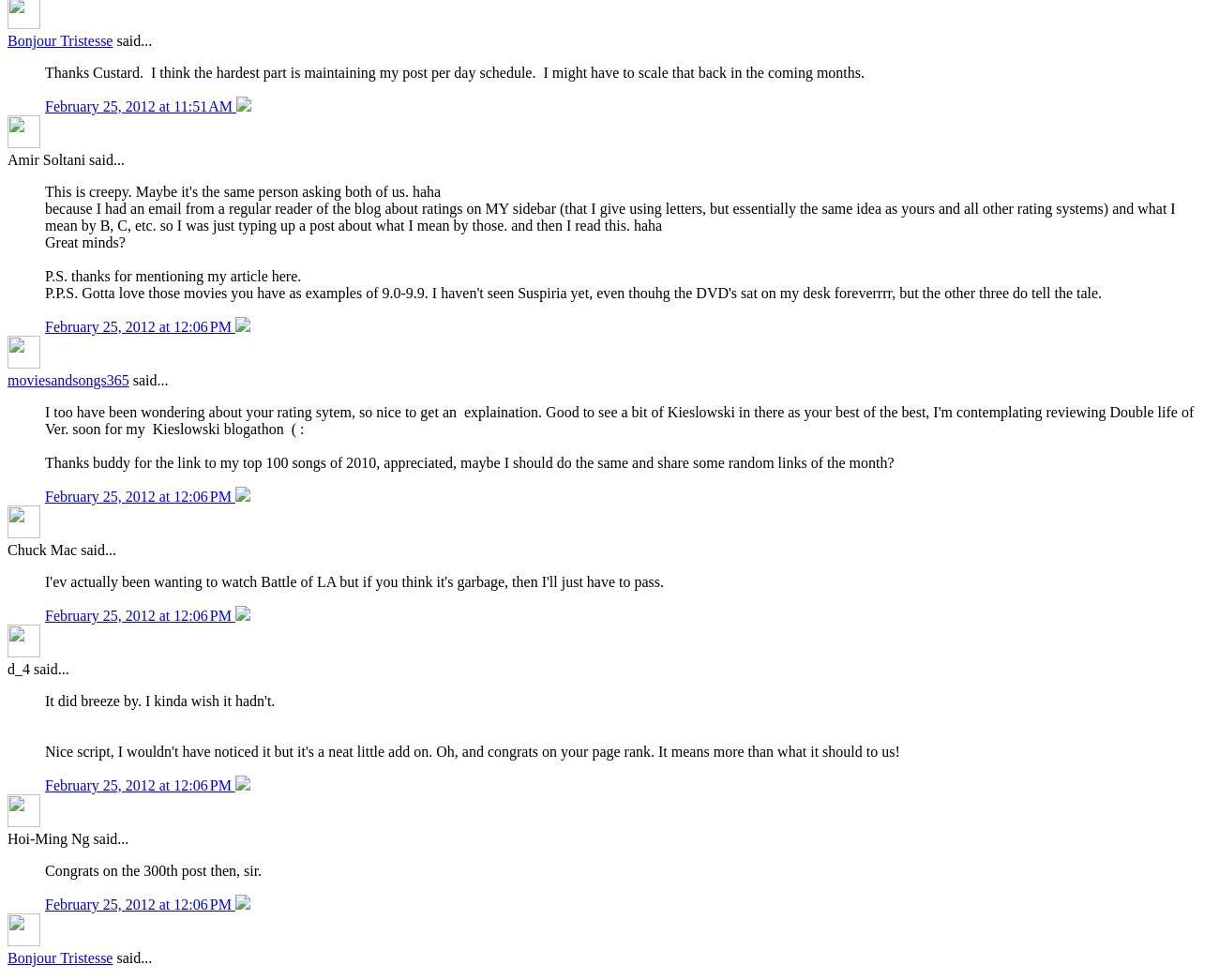 The height and width of the screenshot is (980, 1219). What do you see at coordinates (469, 461) in the screenshot?
I see `'Thanks buddy for the link to my top 100 songs of 2010, appreciated, maybe I should do the same and share some random links of the month?'` at bounding box center [469, 461].